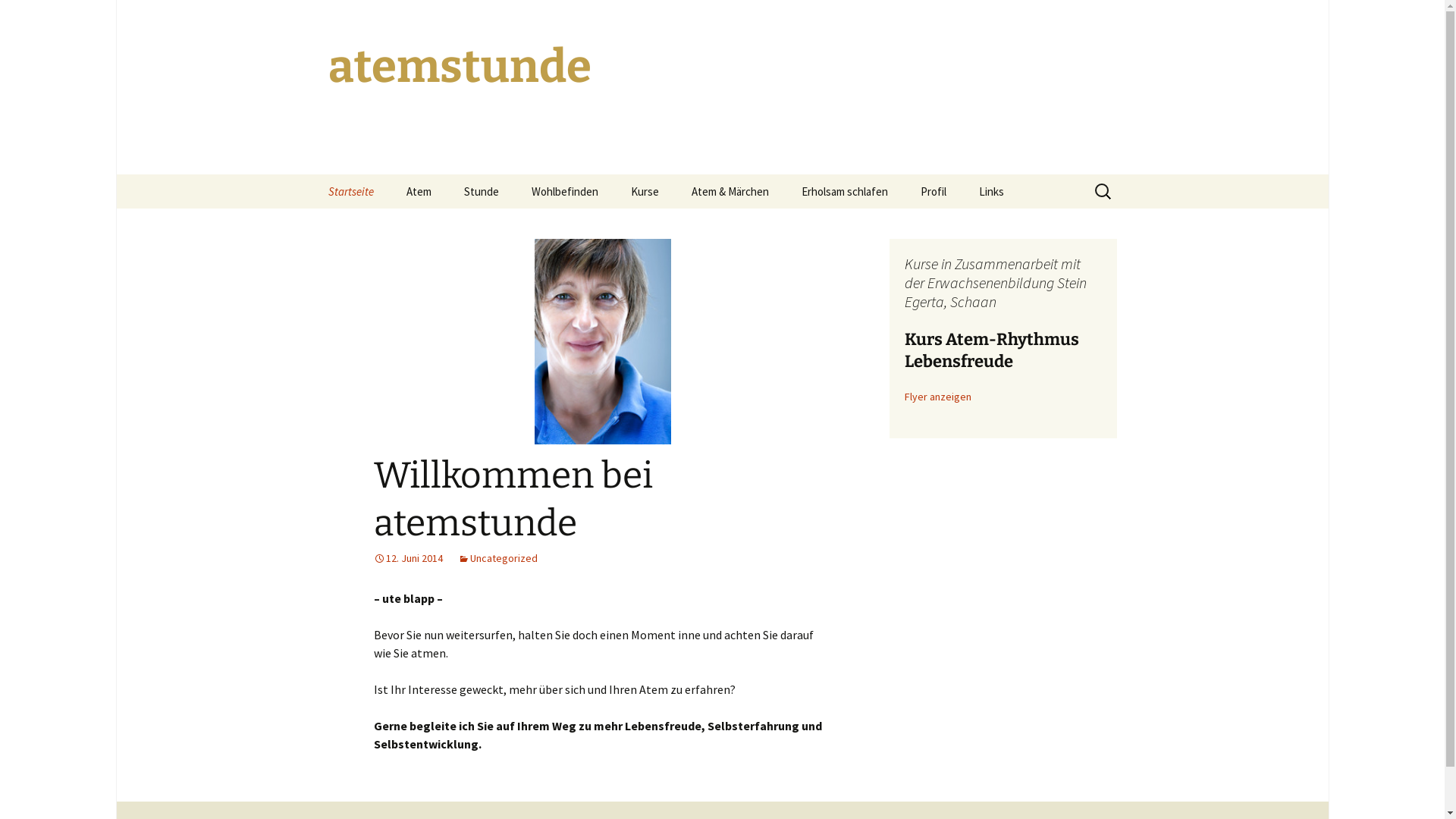 The width and height of the screenshot is (1456, 819). What do you see at coordinates (843, 190) in the screenshot?
I see `'Erholsam schlafen'` at bounding box center [843, 190].